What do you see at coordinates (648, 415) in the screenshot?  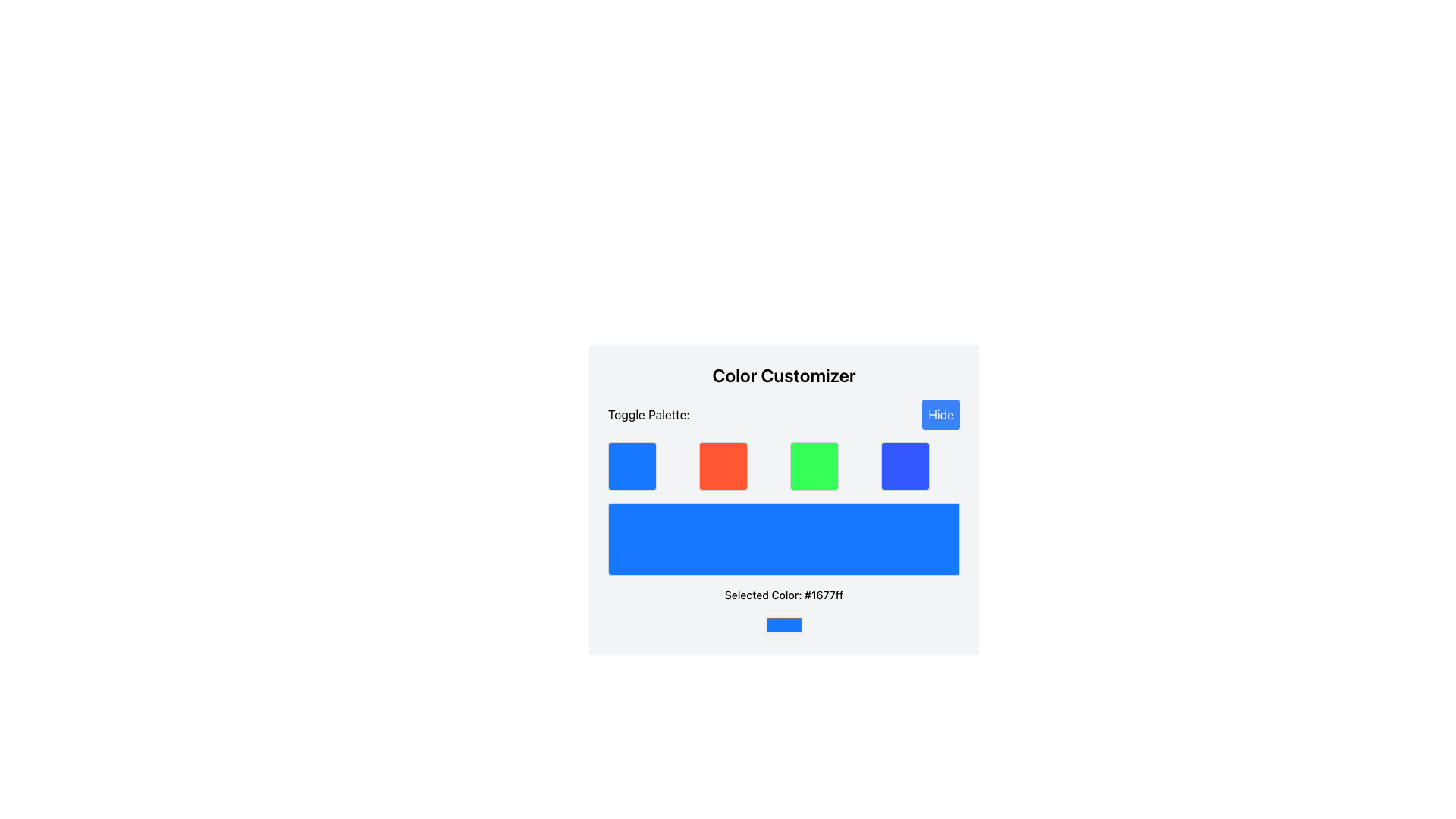 I see `the text label reading 'Toggle Palette:' which is located in the upper-left portion of a grouped header section, adjacent to the 'Hide' button` at bounding box center [648, 415].